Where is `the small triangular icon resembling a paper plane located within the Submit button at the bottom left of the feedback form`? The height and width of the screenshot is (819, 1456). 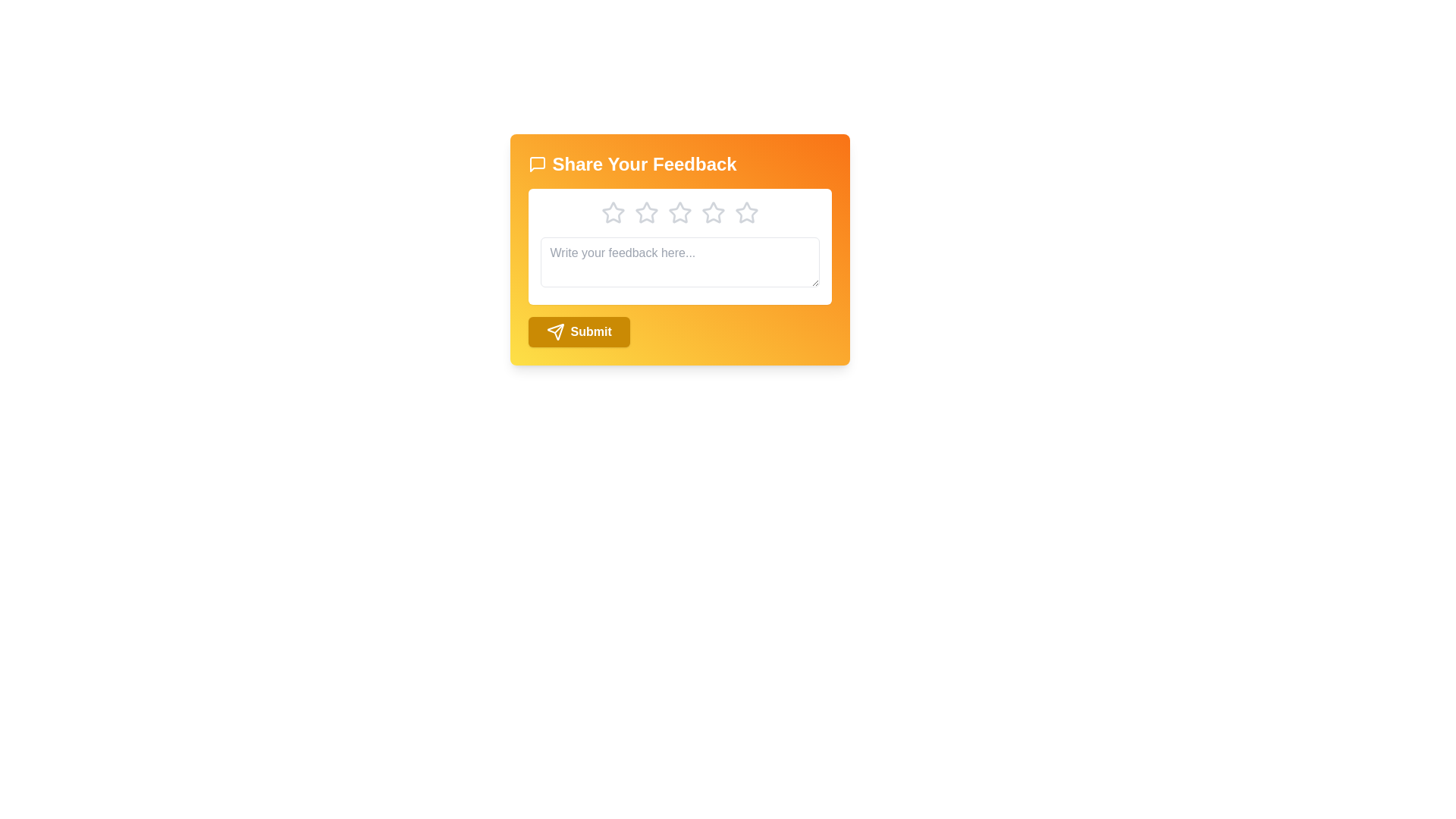
the small triangular icon resembling a paper plane located within the Submit button at the bottom left of the feedback form is located at coordinates (554, 331).